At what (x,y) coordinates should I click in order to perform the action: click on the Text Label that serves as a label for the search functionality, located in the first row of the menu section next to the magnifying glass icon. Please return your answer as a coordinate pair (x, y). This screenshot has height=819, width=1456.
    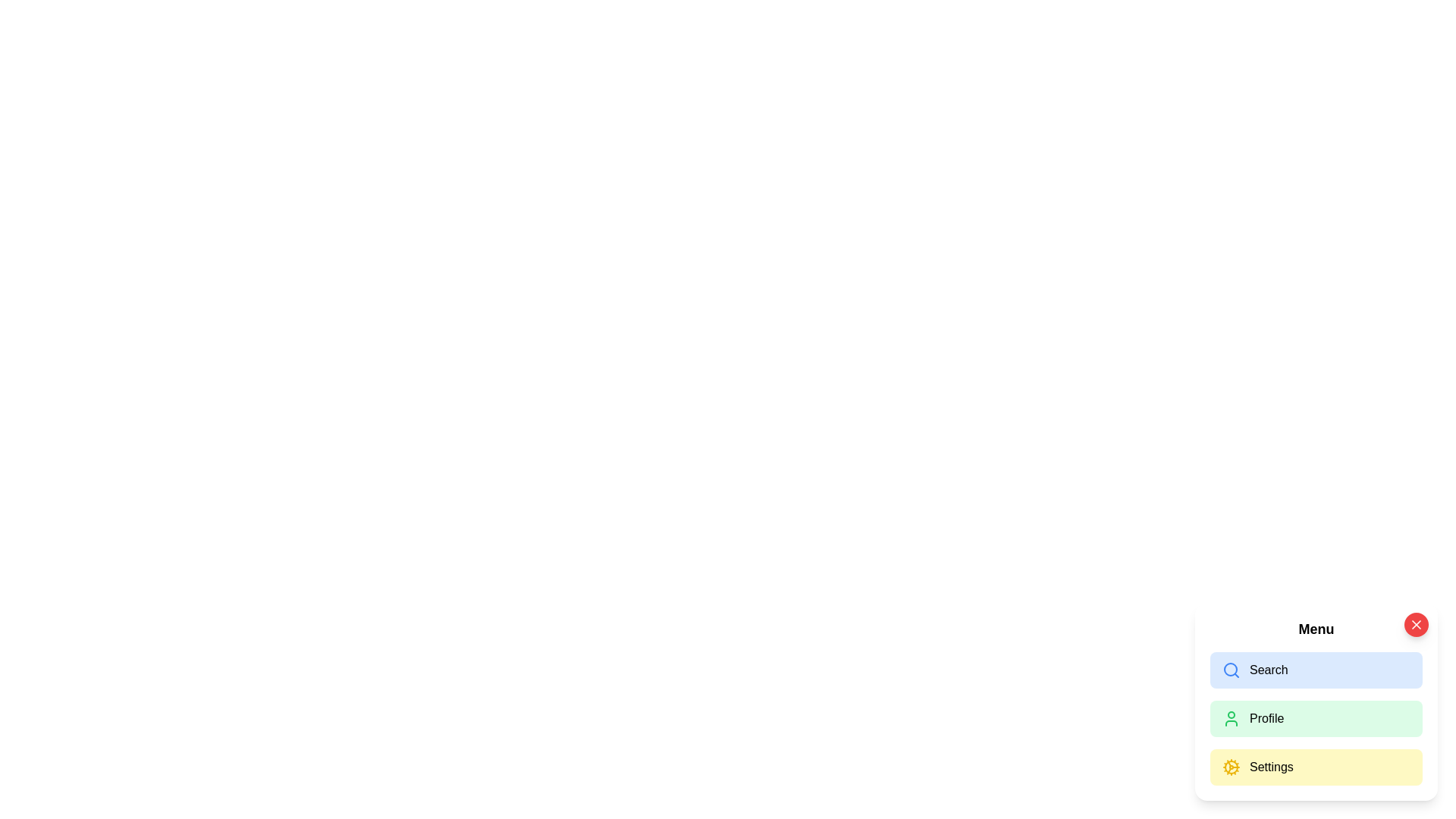
    Looking at the image, I should click on (1269, 669).